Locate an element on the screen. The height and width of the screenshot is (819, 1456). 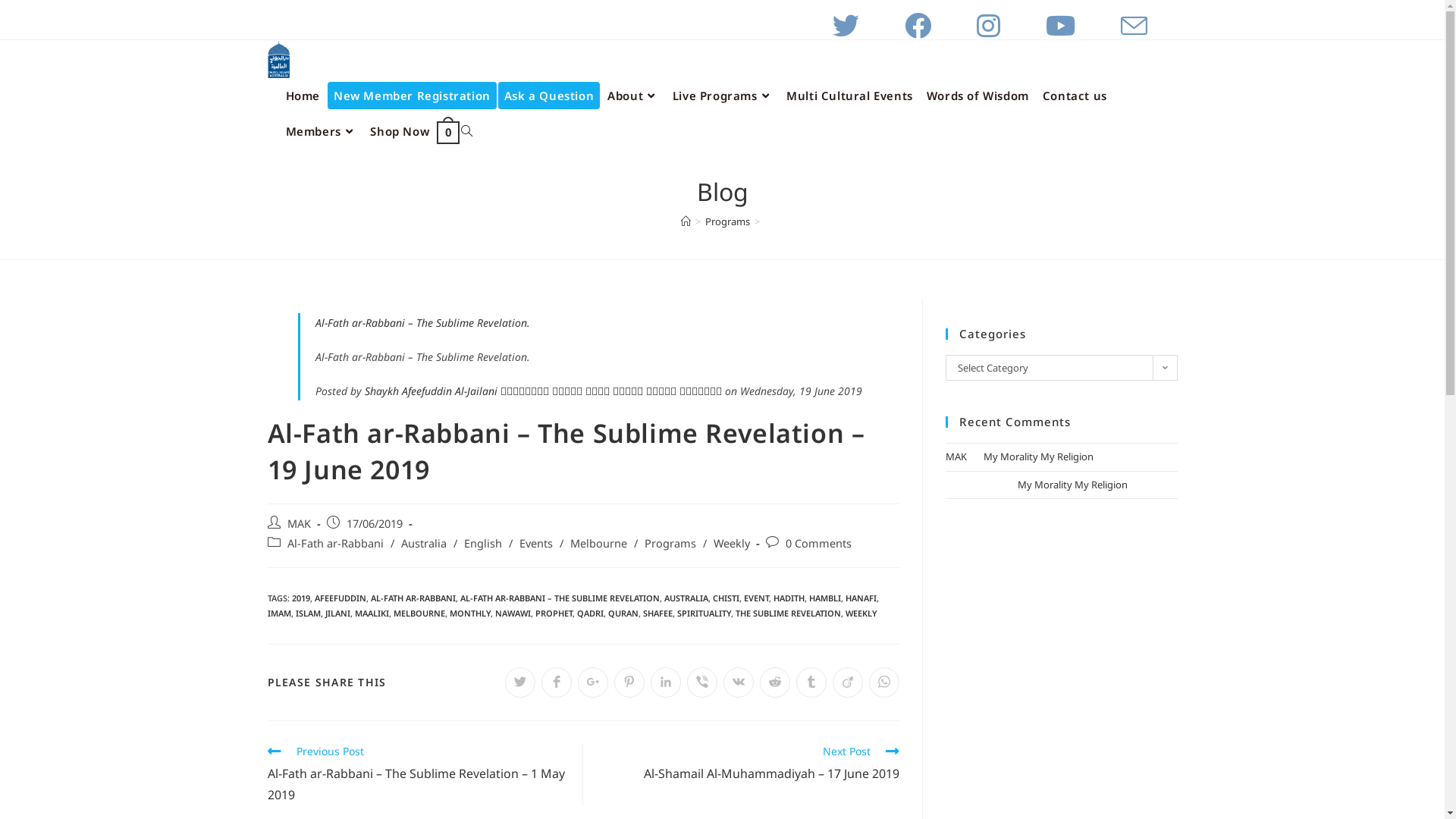
'Shop Now' is located at coordinates (400, 130).